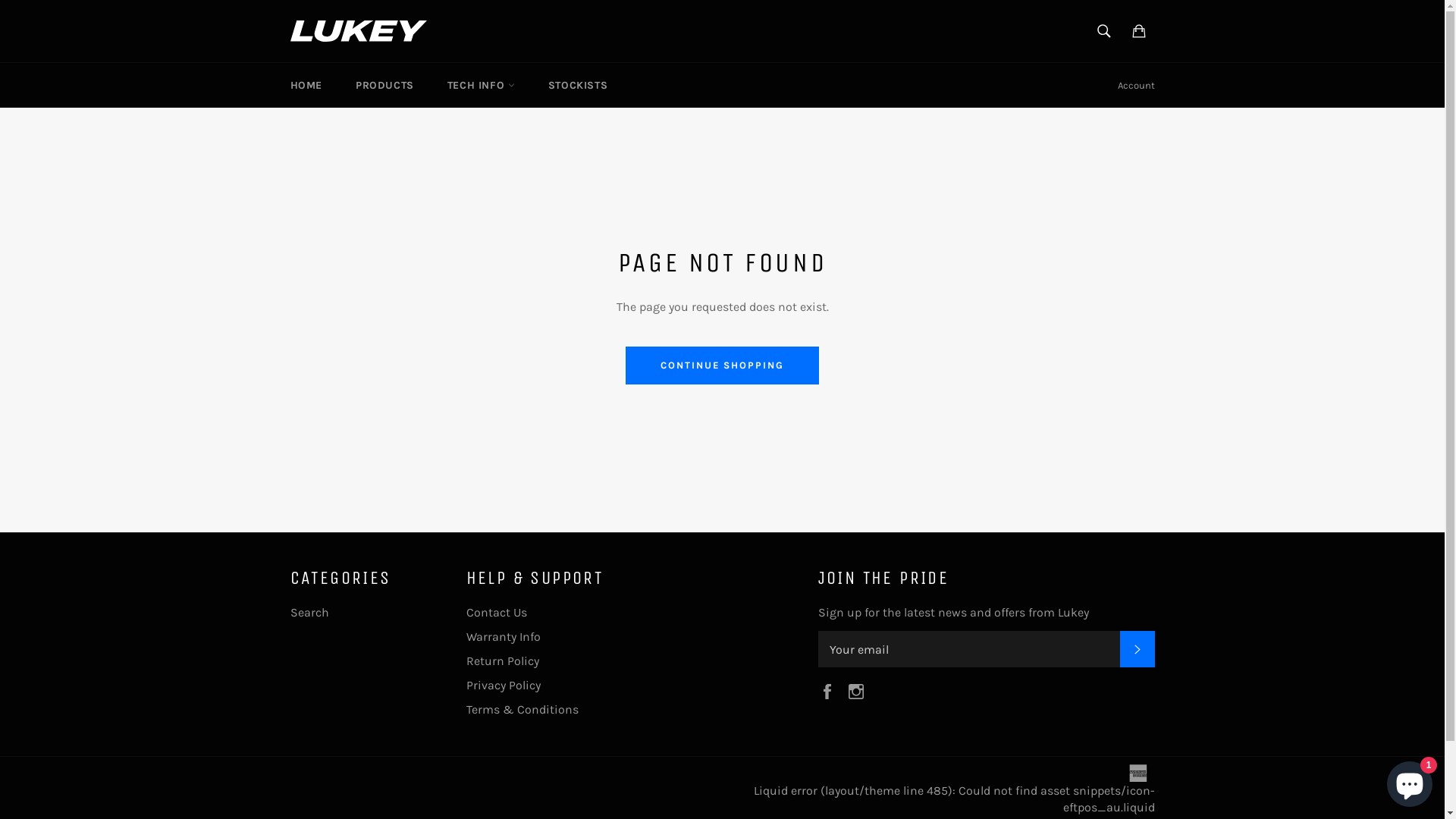 The image size is (1456, 819). Describe the element at coordinates (1103, 31) in the screenshot. I see `'Search'` at that location.